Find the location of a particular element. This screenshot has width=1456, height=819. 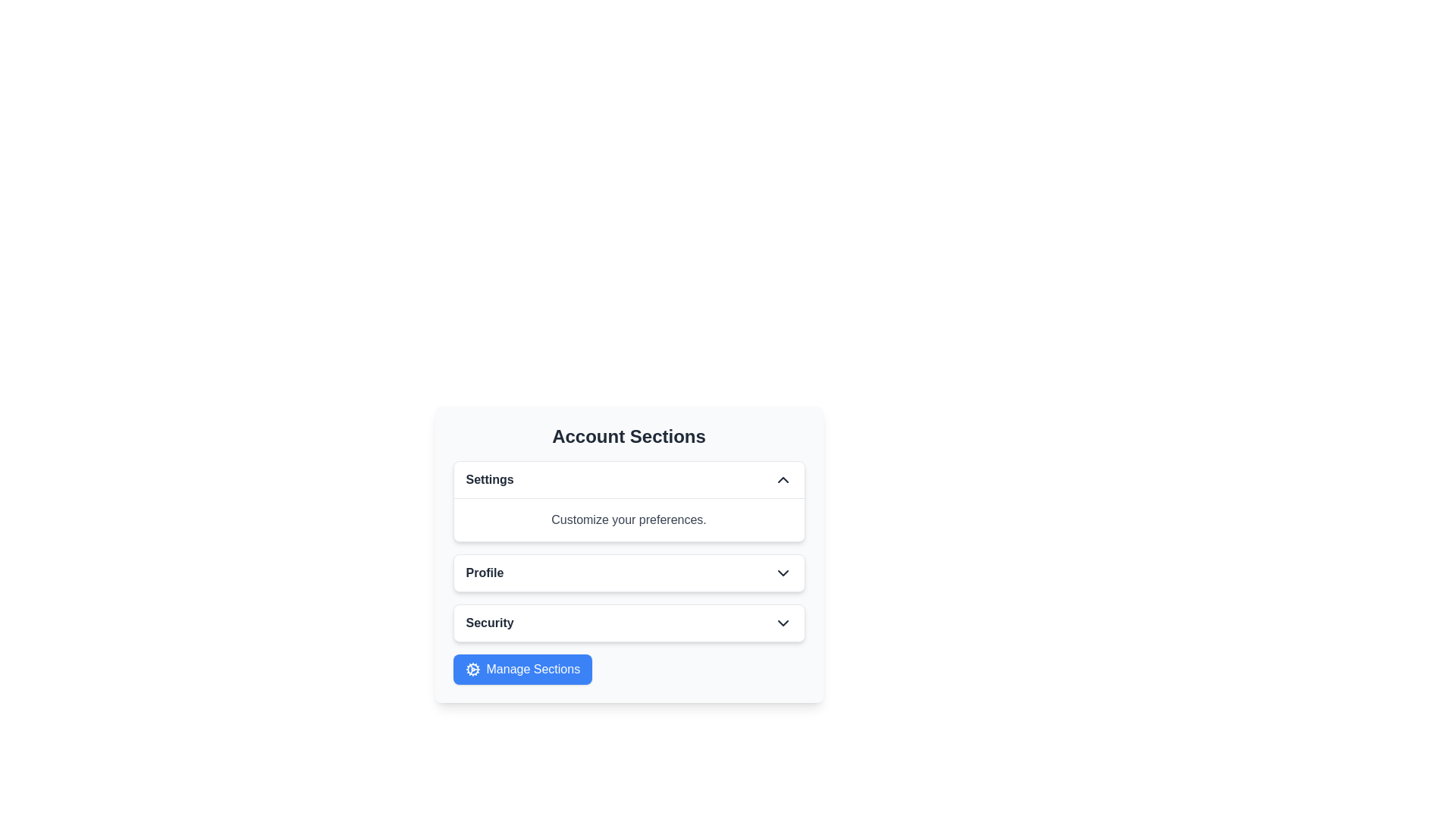

the chevron icon located at the far-right side of the 'Security' section is located at coordinates (783, 623).